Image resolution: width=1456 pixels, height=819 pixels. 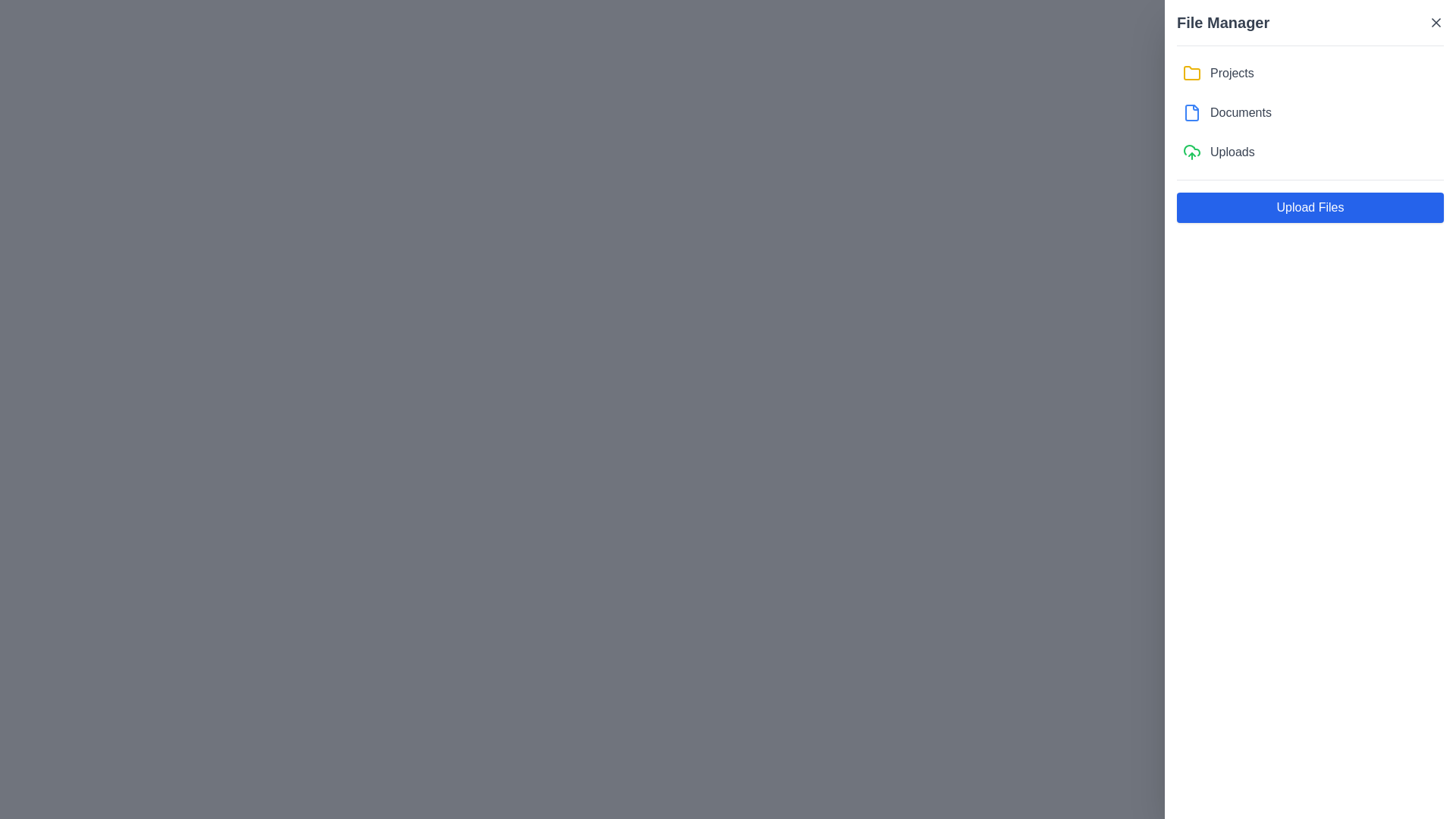 I want to click on the folder icon representing the 'Projects' section located at the far left of the layout adjacent to the text 'Projects', so click(x=1191, y=73).